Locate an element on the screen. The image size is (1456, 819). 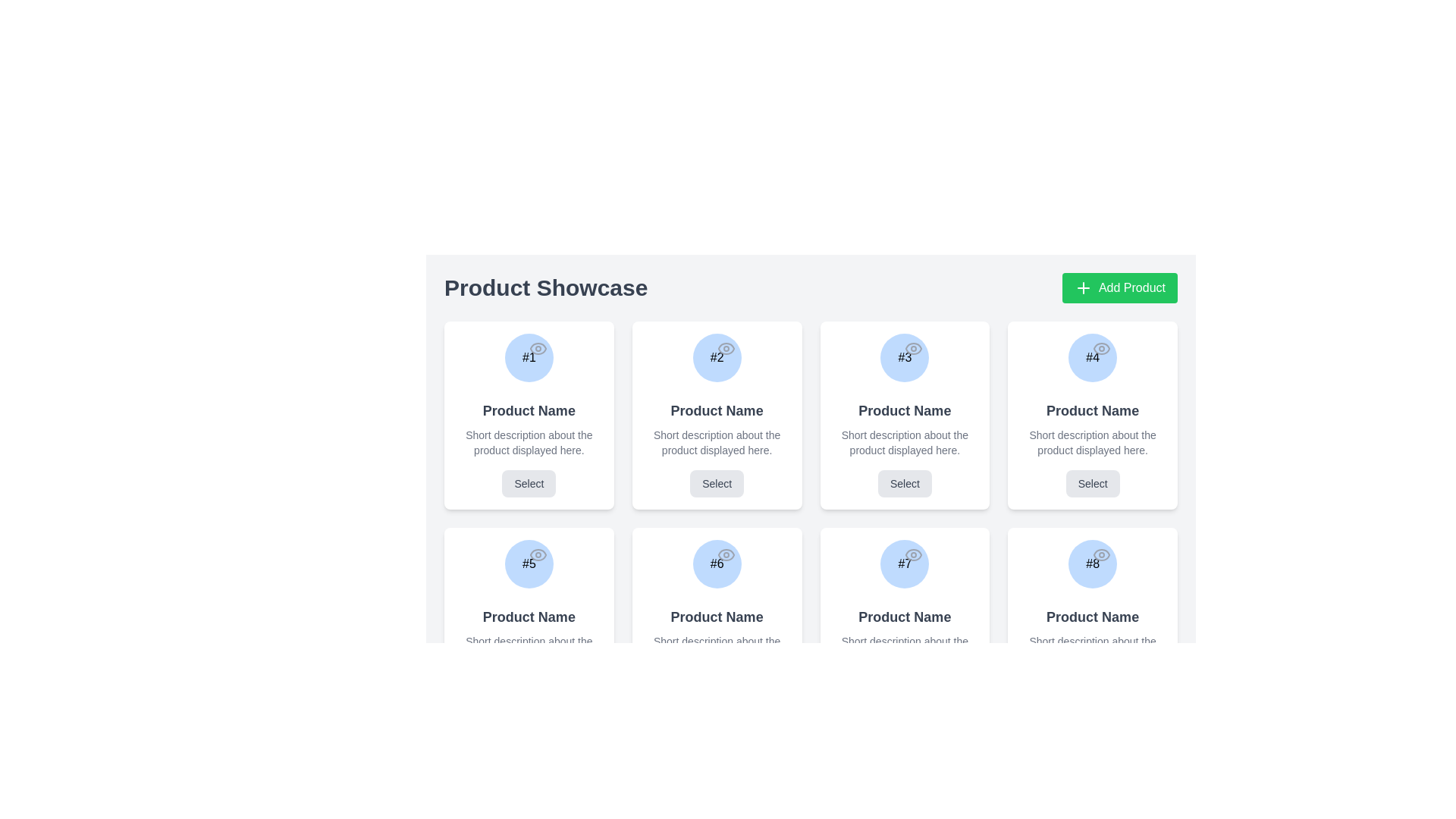
the eye symbol icon located at the top right corner of the card labeled '#3', which is positioned as an overlay in the blue circle is located at coordinates (913, 348).